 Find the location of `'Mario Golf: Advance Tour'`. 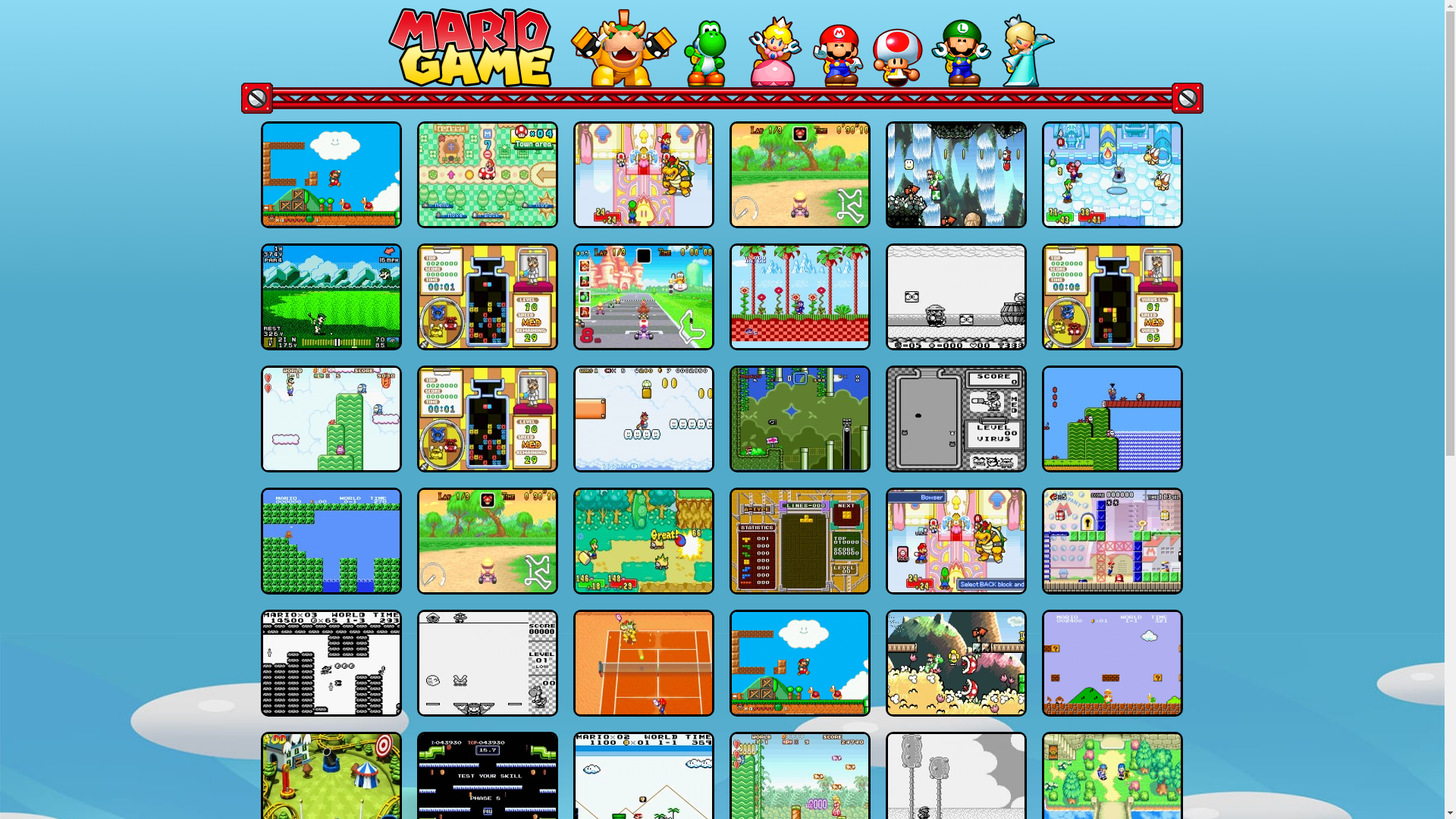

'Mario Golf: Advance Tour' is located at coordinates (1112, 783).